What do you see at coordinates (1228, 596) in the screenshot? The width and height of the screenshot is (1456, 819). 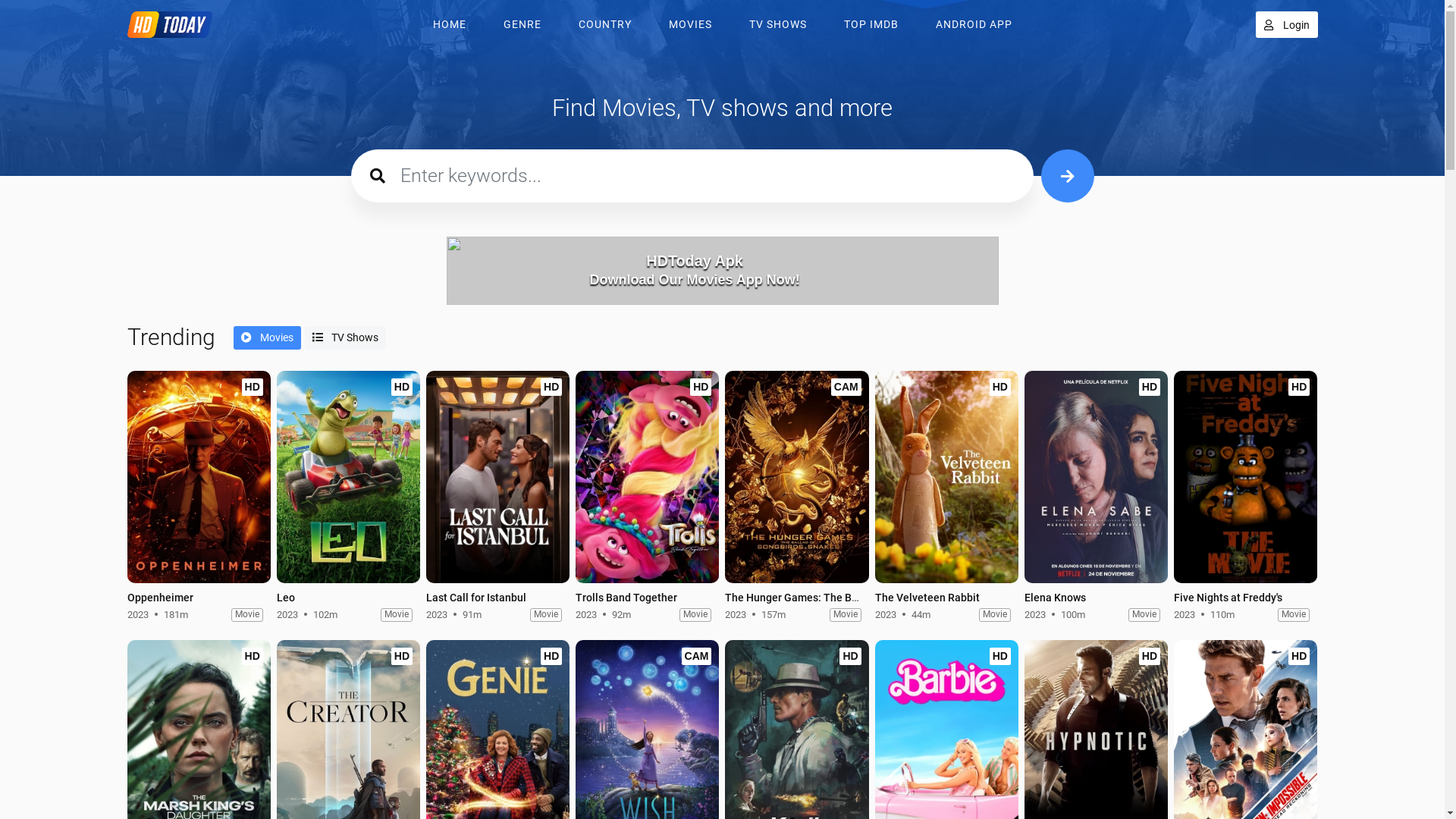 I see `'Five Nights at Freddy's'` at bounding box center [1228, 596].